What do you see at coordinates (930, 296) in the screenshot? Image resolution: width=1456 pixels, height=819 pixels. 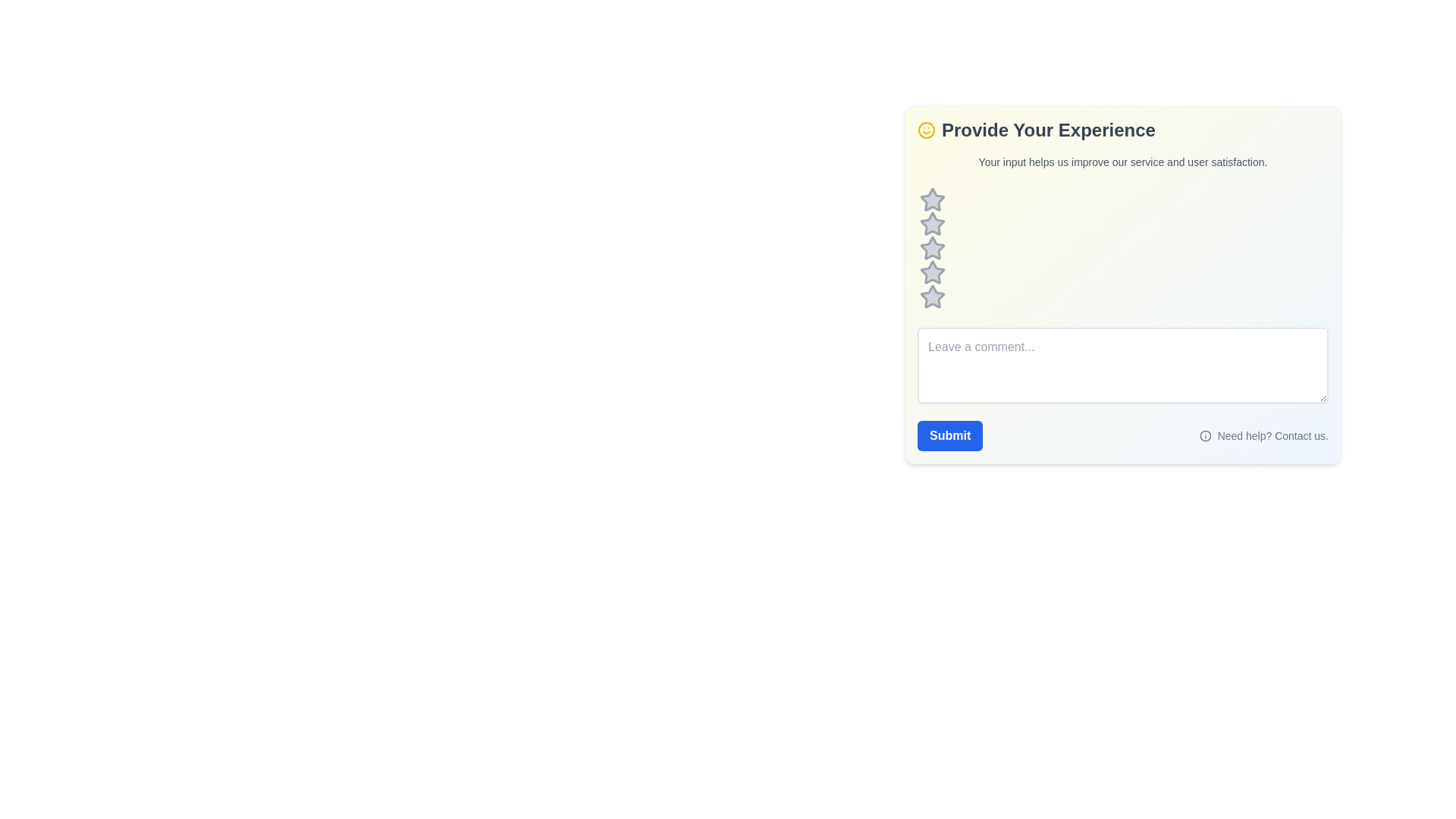 I see `the fifth star icon in the rating system located on the right-side panel` at bounding box center [930, 296].